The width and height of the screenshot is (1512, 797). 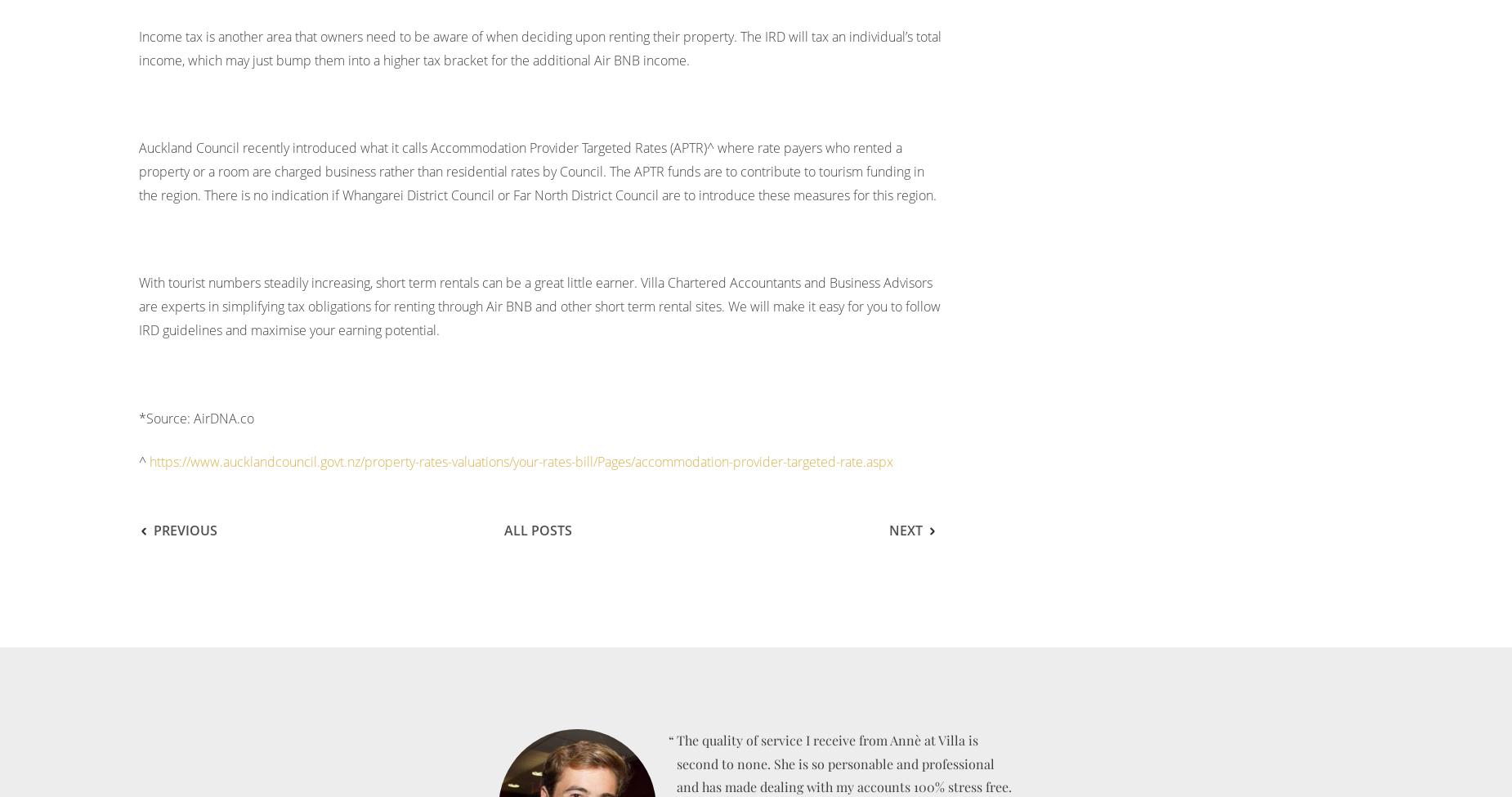 What do you see at coordinates (539, 305) in the screenshot?
I see `'With tourist numbers steadily increasing, short term rentals can be a great little earner. Villa Chartered Accountants and Business Advisors are experts in simplifying tax obligations for renting through Air BNB and other short term rental sites. We will make it easy for you to follow IRD guidelines and maximise your earning potential.'` at bounding box center [539, 305].